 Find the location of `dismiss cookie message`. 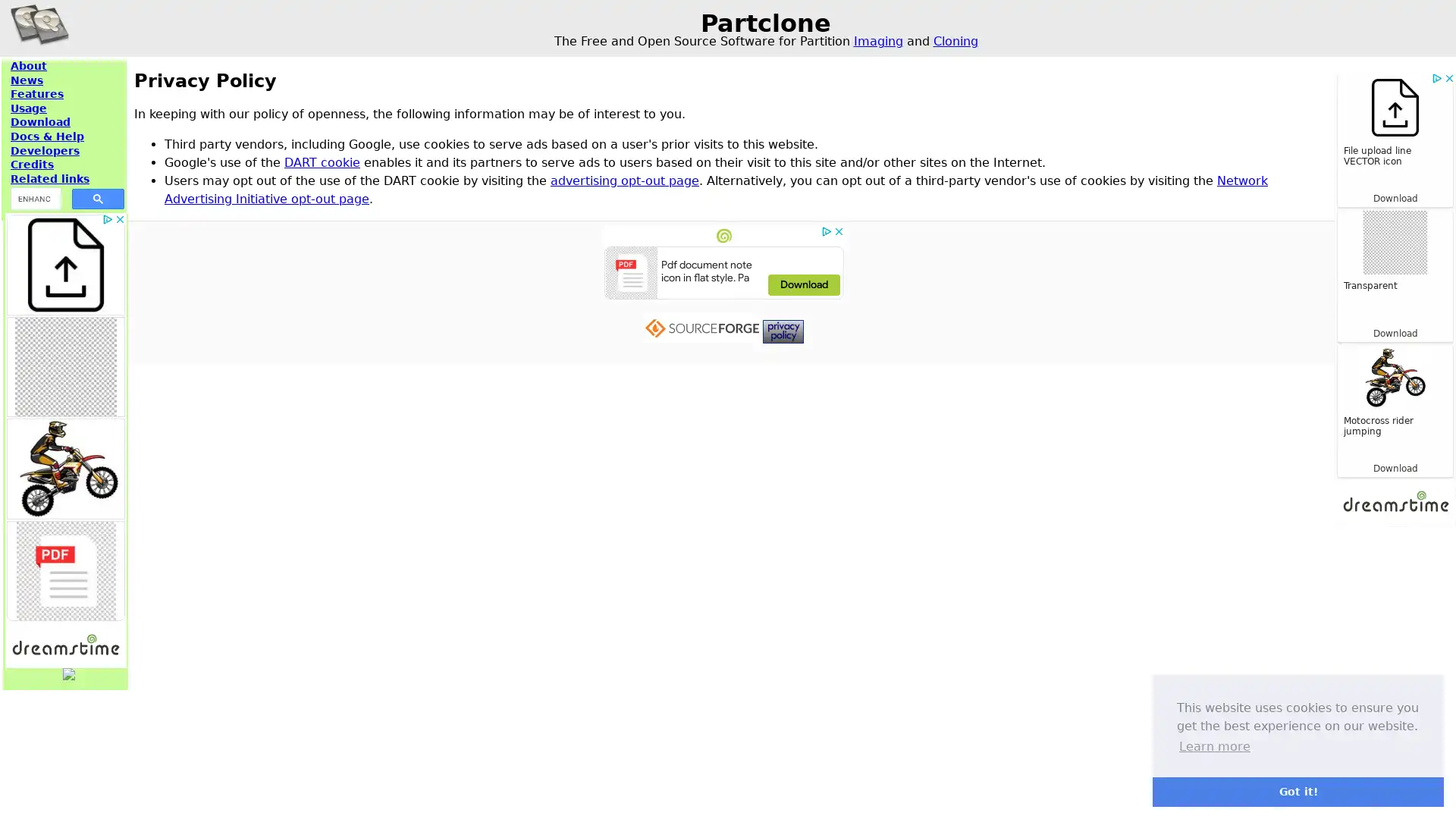

dismiss cookie message is located at coordinates (1298, 791).